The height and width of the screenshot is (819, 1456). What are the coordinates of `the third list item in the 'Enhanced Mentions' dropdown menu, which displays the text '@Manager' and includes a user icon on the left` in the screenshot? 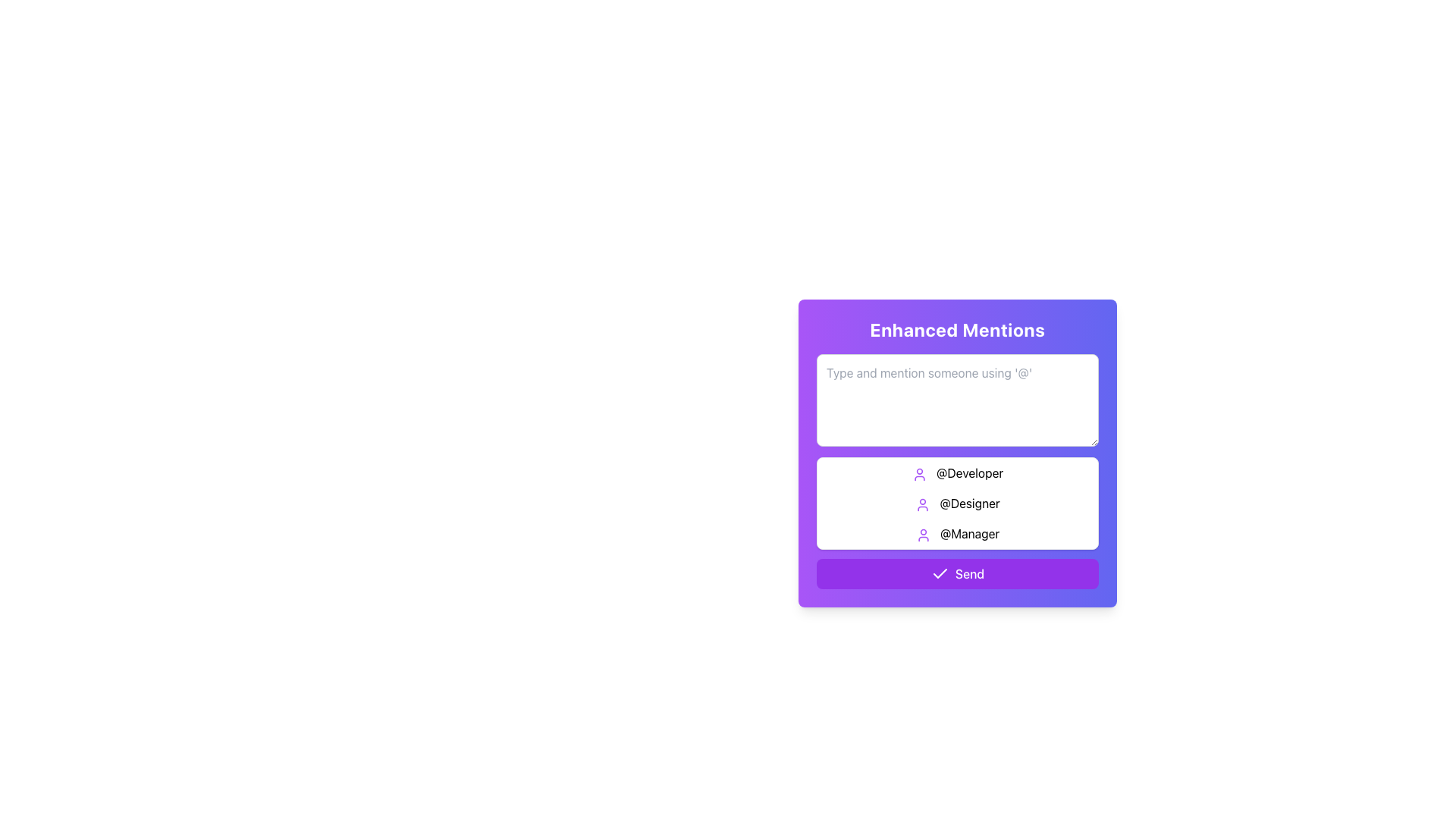 It's located at (956, 533).